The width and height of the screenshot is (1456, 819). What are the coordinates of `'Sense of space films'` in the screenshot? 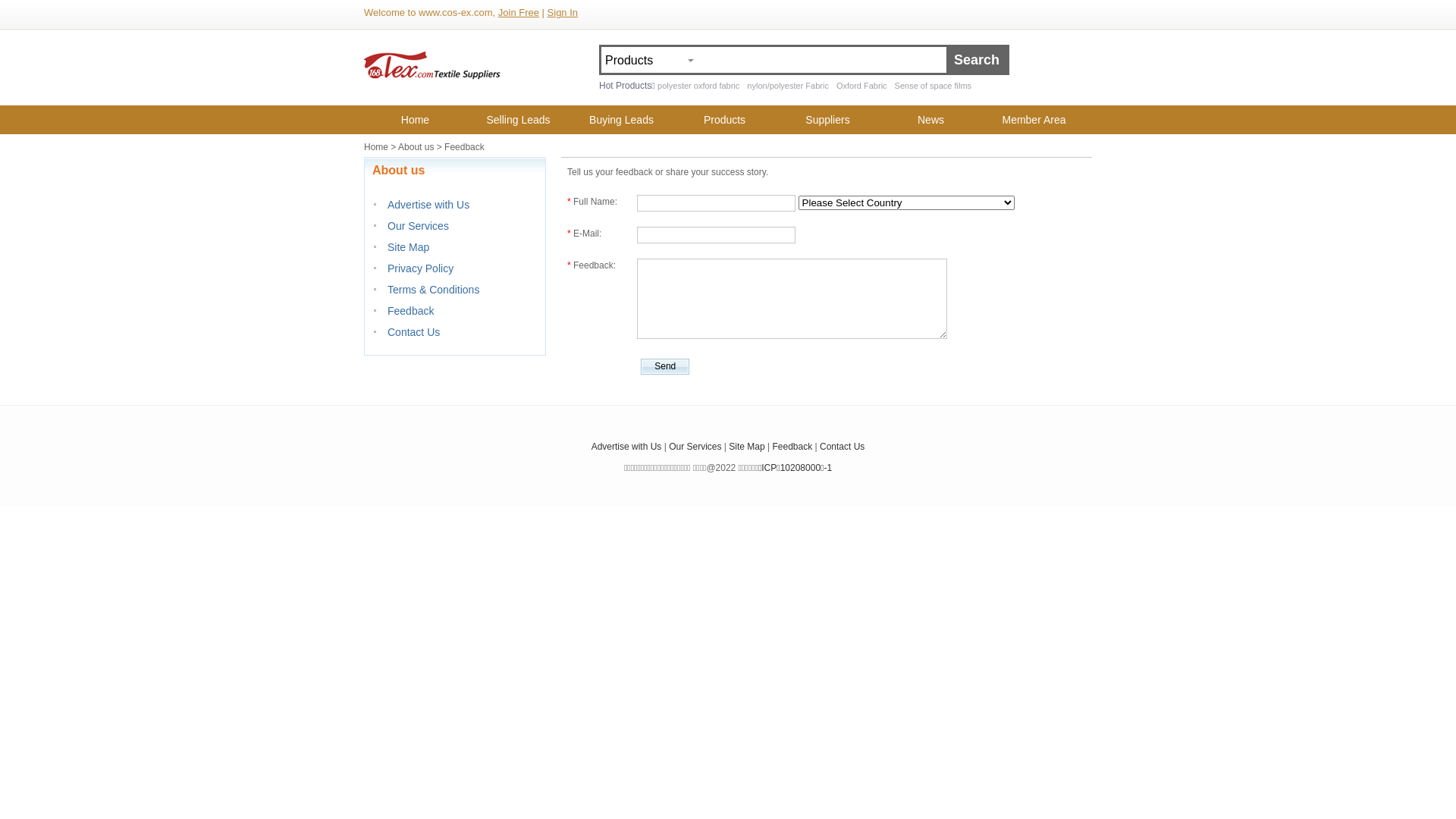 It's located at (932, 85).